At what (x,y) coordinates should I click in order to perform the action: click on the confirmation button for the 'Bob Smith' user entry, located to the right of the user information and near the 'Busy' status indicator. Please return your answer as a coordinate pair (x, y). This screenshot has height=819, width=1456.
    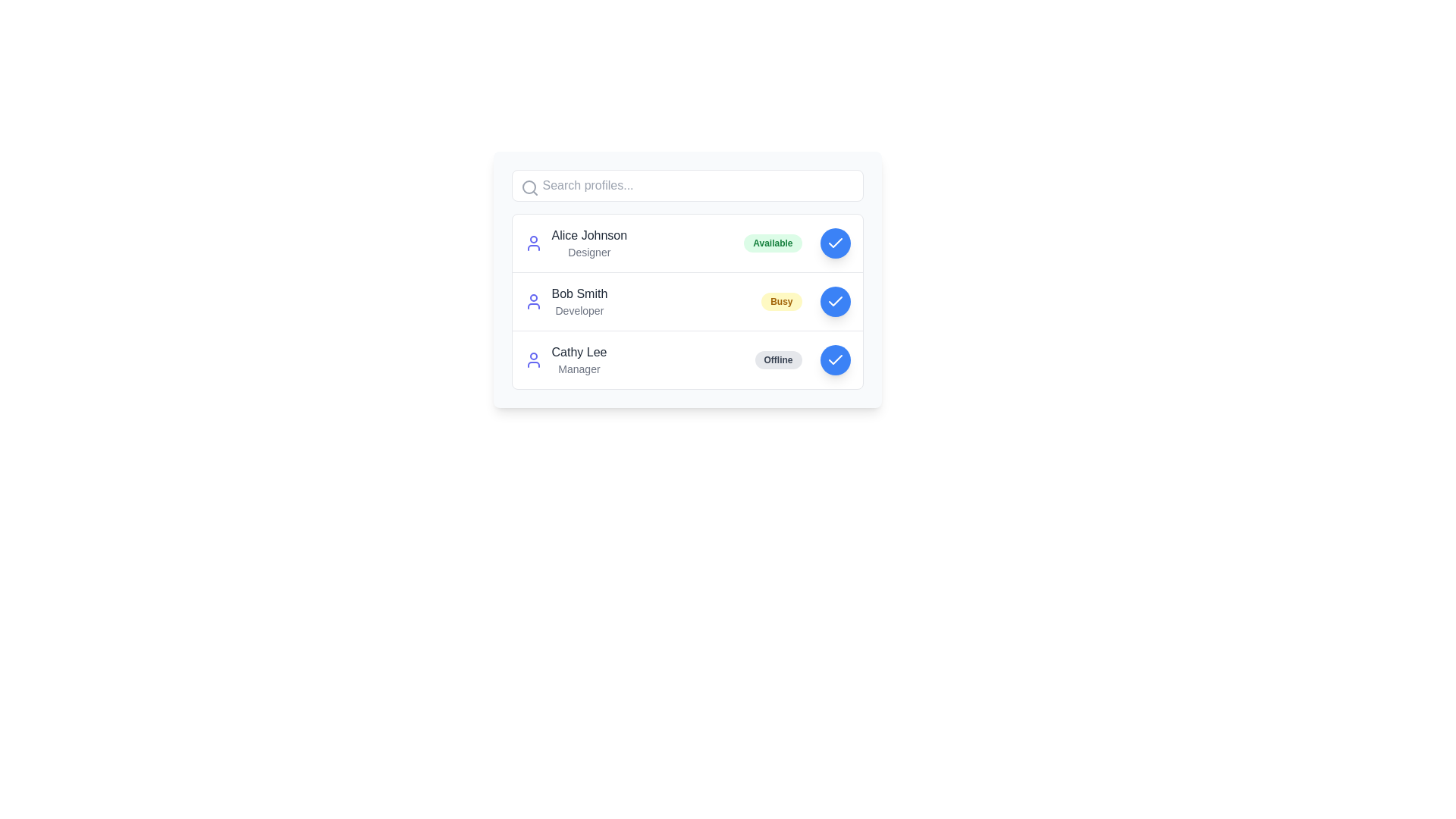
    Looking at the image, I should click on (834, 301).